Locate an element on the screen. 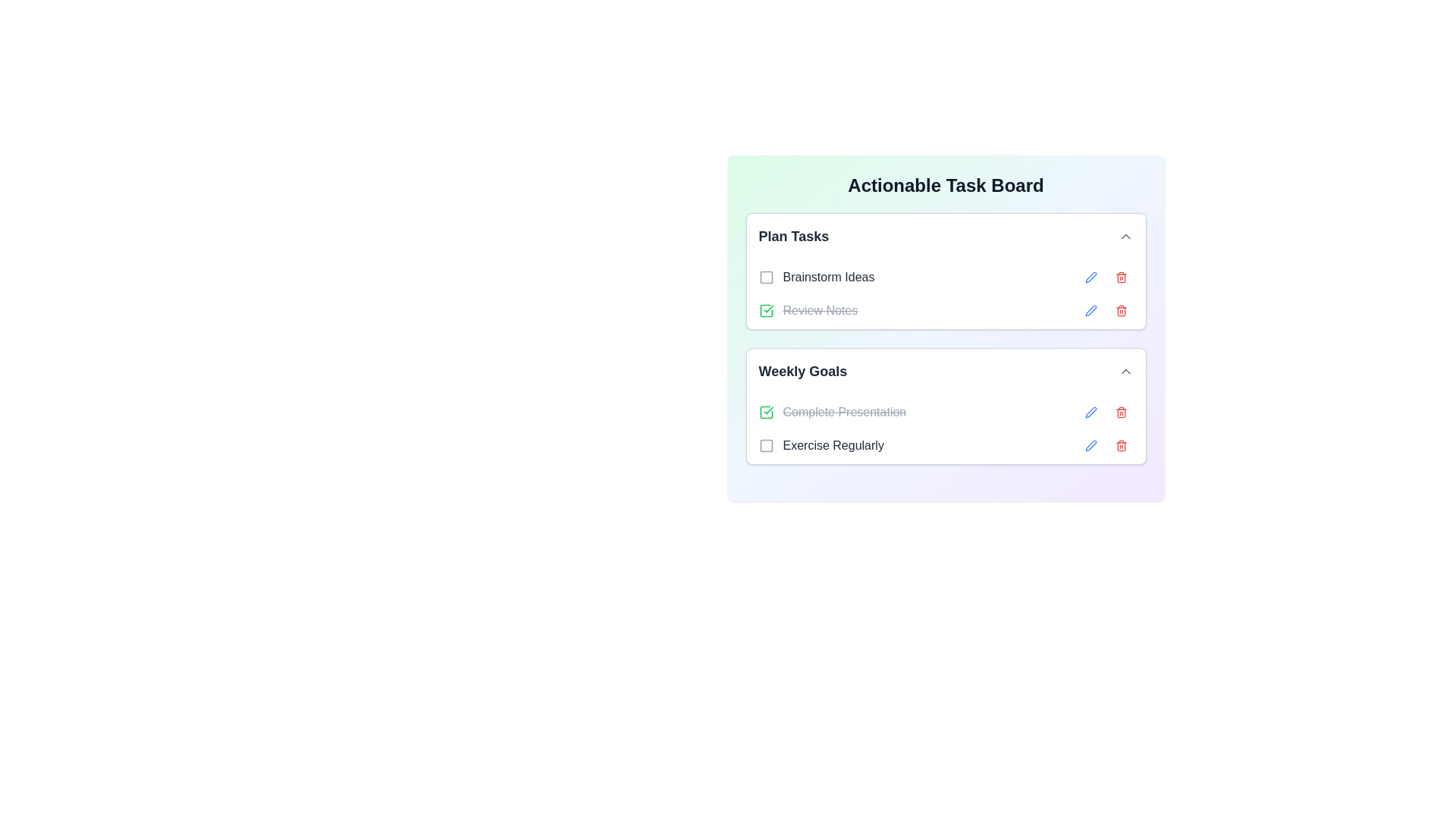  the checkbox icon indicating the completion state of the task 'Complete Presentation' located in the 'Weekly Goals' section is located at coordinates (766, 412).